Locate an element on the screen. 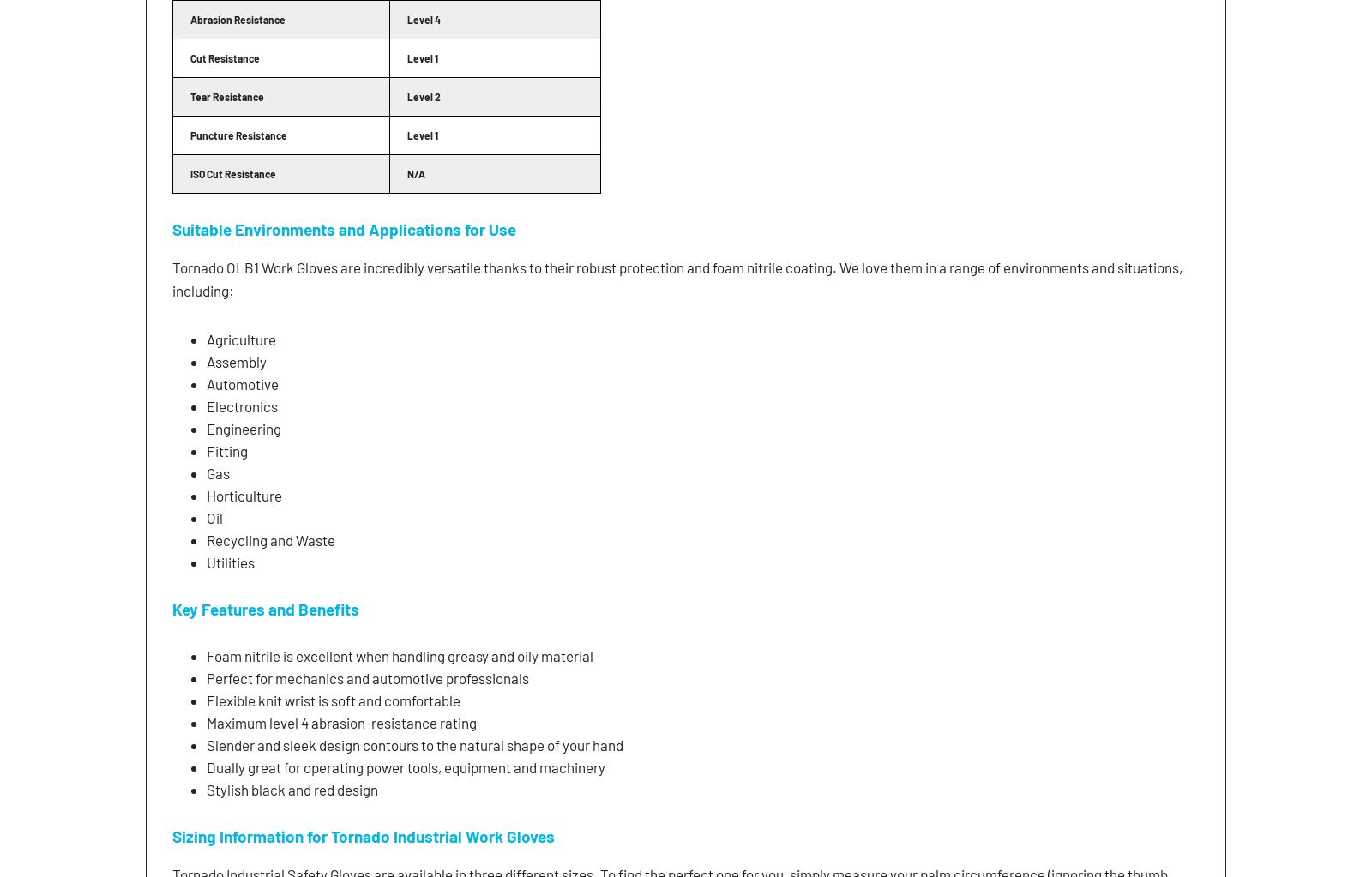 This screenshot has height=877, width=1372. 'Automotive' is located at coordinates (243, 382).